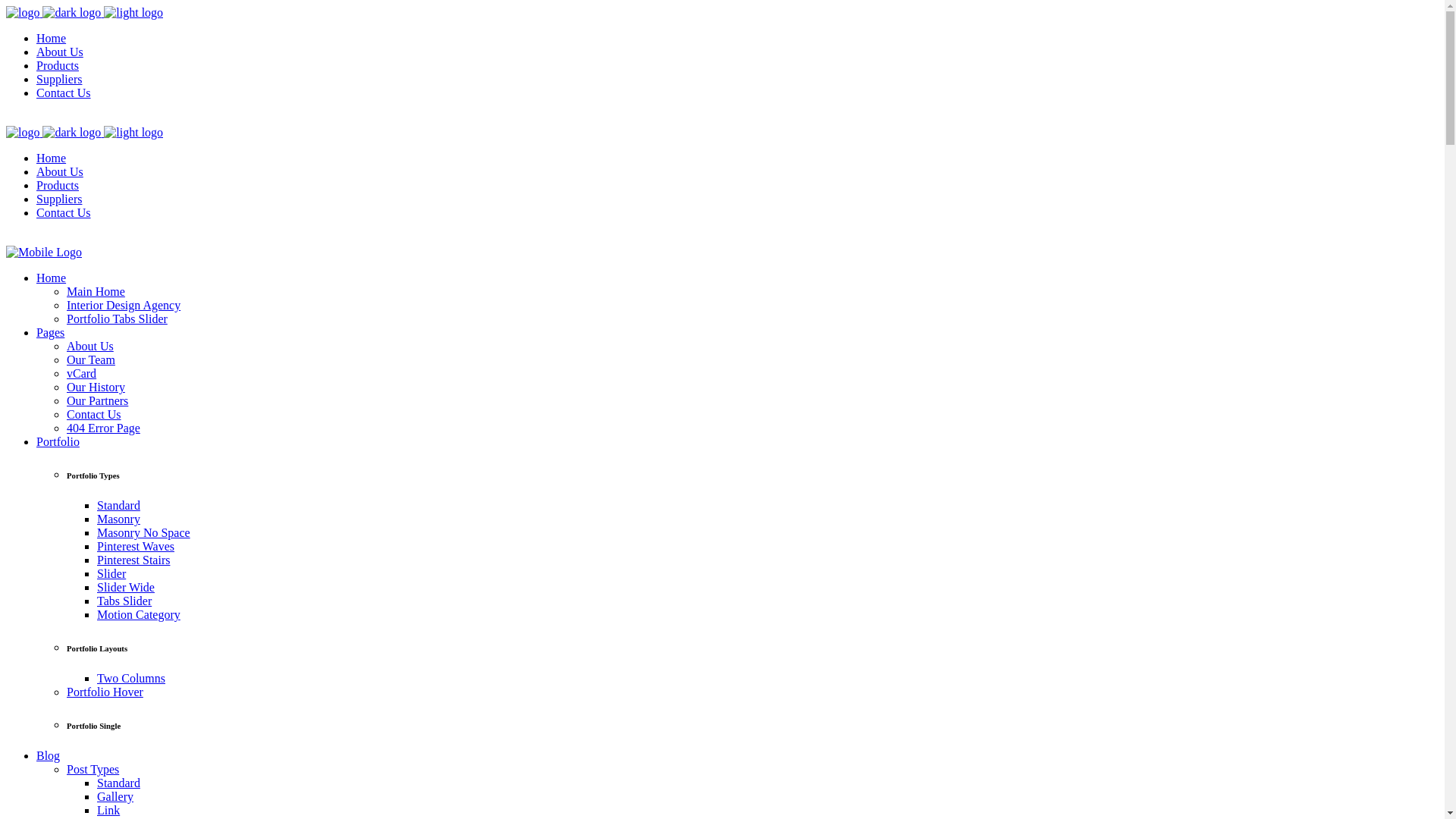 The width and height of the screenshot is (1456, 819). What do you see at coordinates (58, 79) in the screenshot?
I see `'Suppliers'` at bounding box center [58, 79].